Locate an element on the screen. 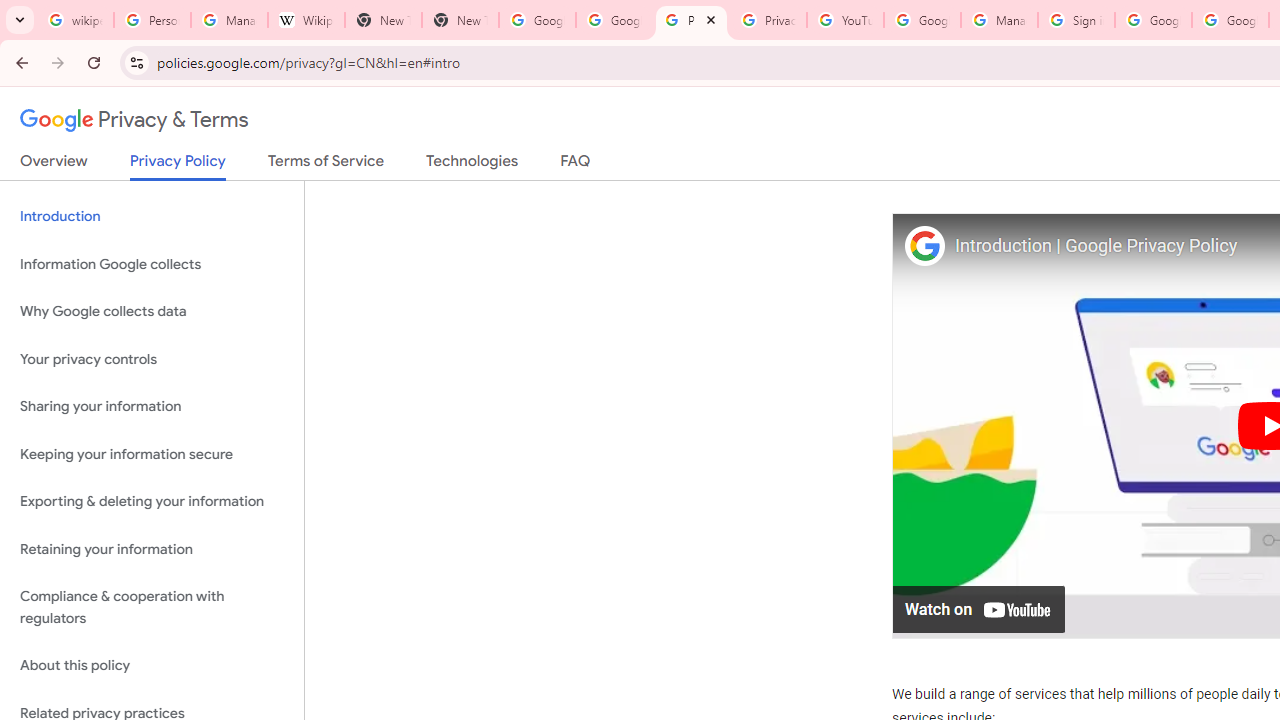 The width and height of the screenshot is (1280, 720). 'Compliance & cooperation with regulators' is located at coordinates (151, 607).